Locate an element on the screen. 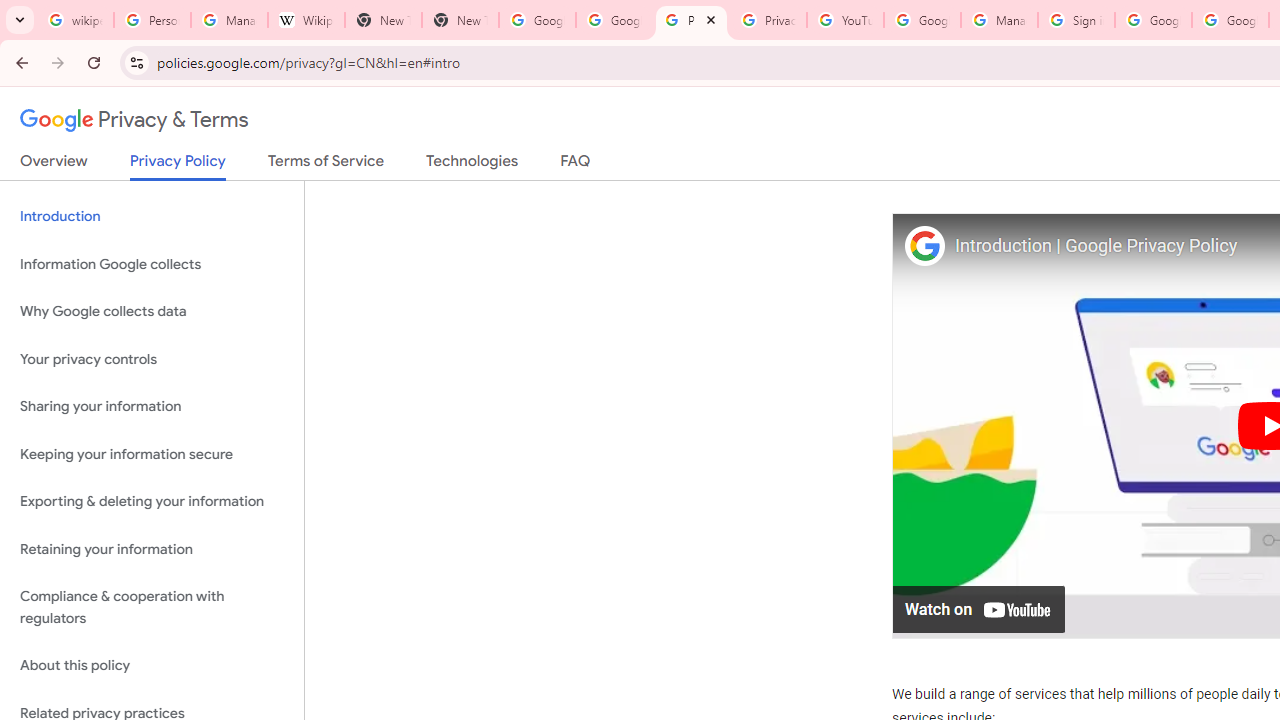 The width and height of the screenshot is (1280, 720). 'Compliance & cooperation with regulators' is located at coordinates (151, 607).